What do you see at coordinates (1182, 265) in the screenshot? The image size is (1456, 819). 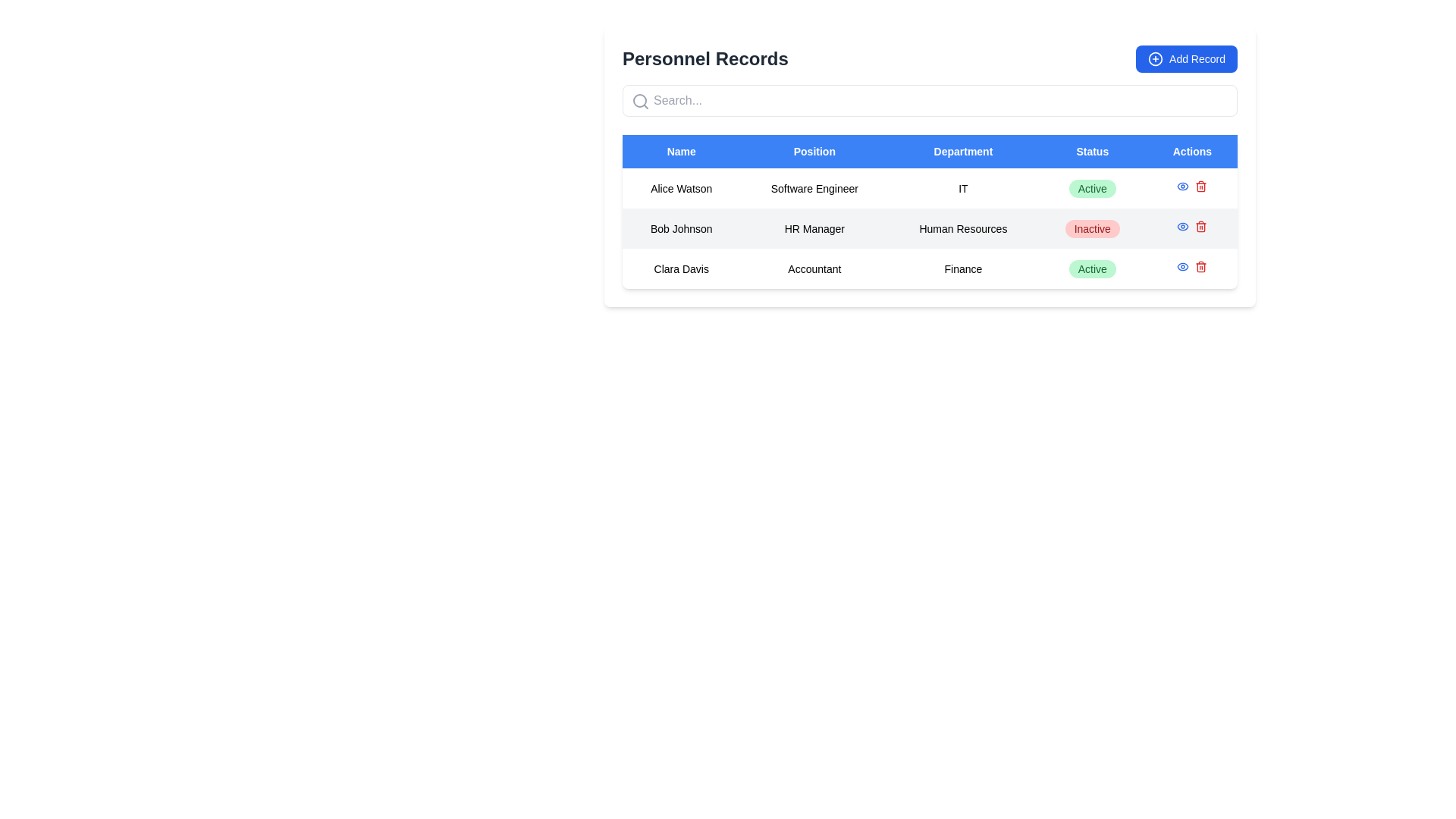 I see `the visibility icon` at bounding box center [1182, 265].